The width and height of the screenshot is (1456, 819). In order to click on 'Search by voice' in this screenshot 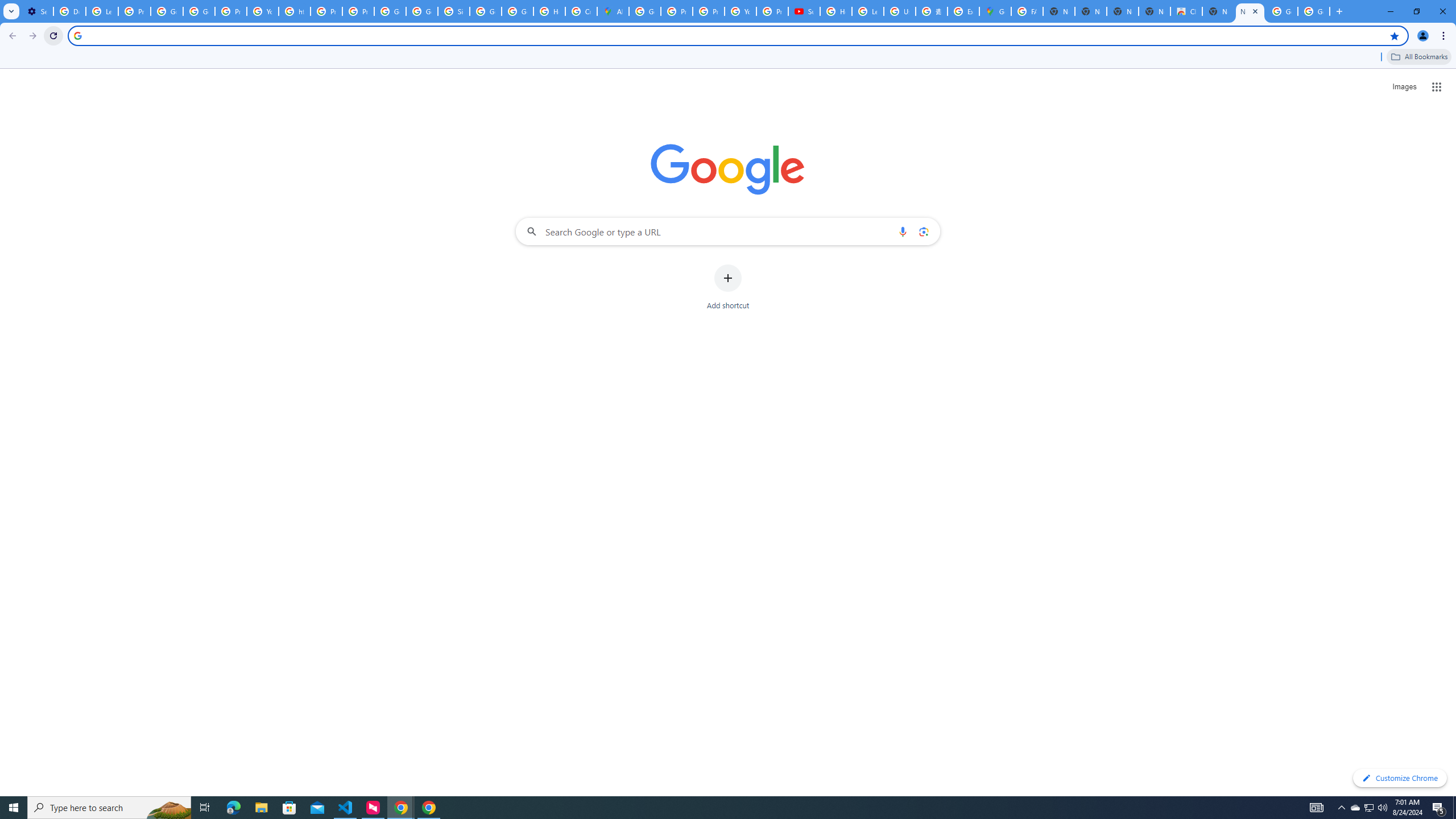, I will do `click(902, 230)`.